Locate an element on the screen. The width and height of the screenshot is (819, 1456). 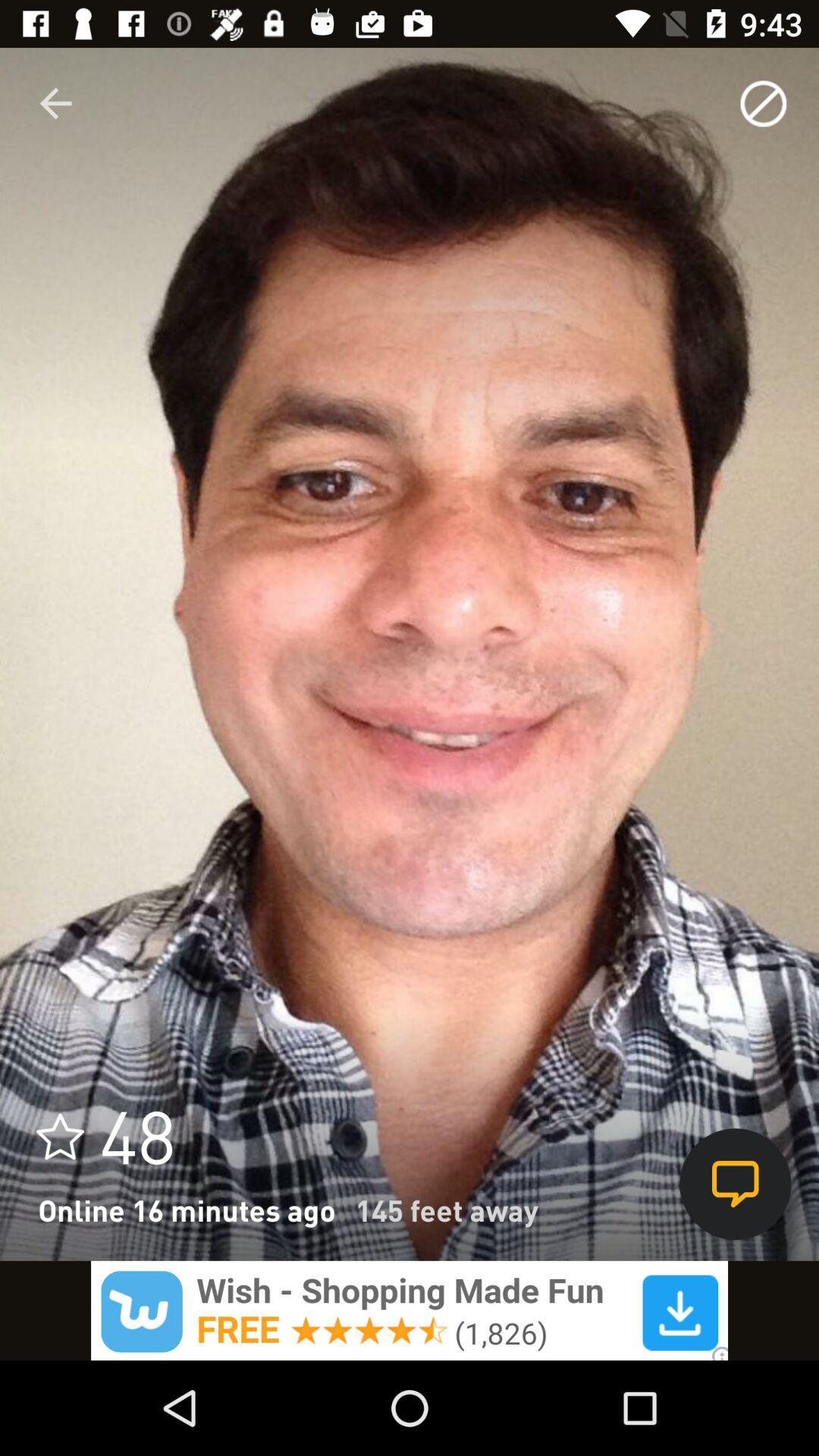
announcement is located at coordinates (409, 1310).